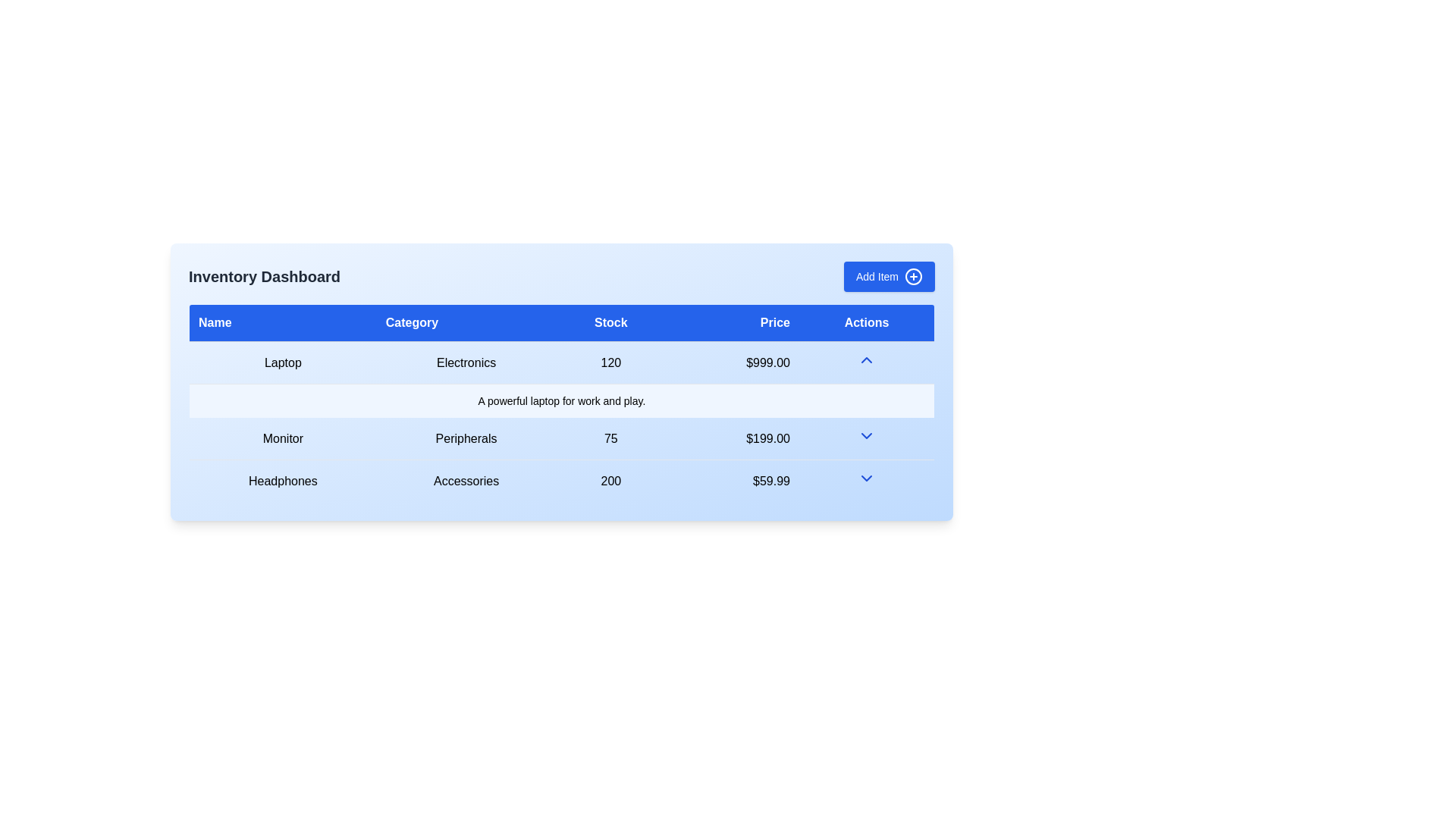 Image resolution: width=1456 pixels, height=819 pixels. I want to click on the interactive control button in the inventory table for the 'Laptop' item, so click(867, 362).